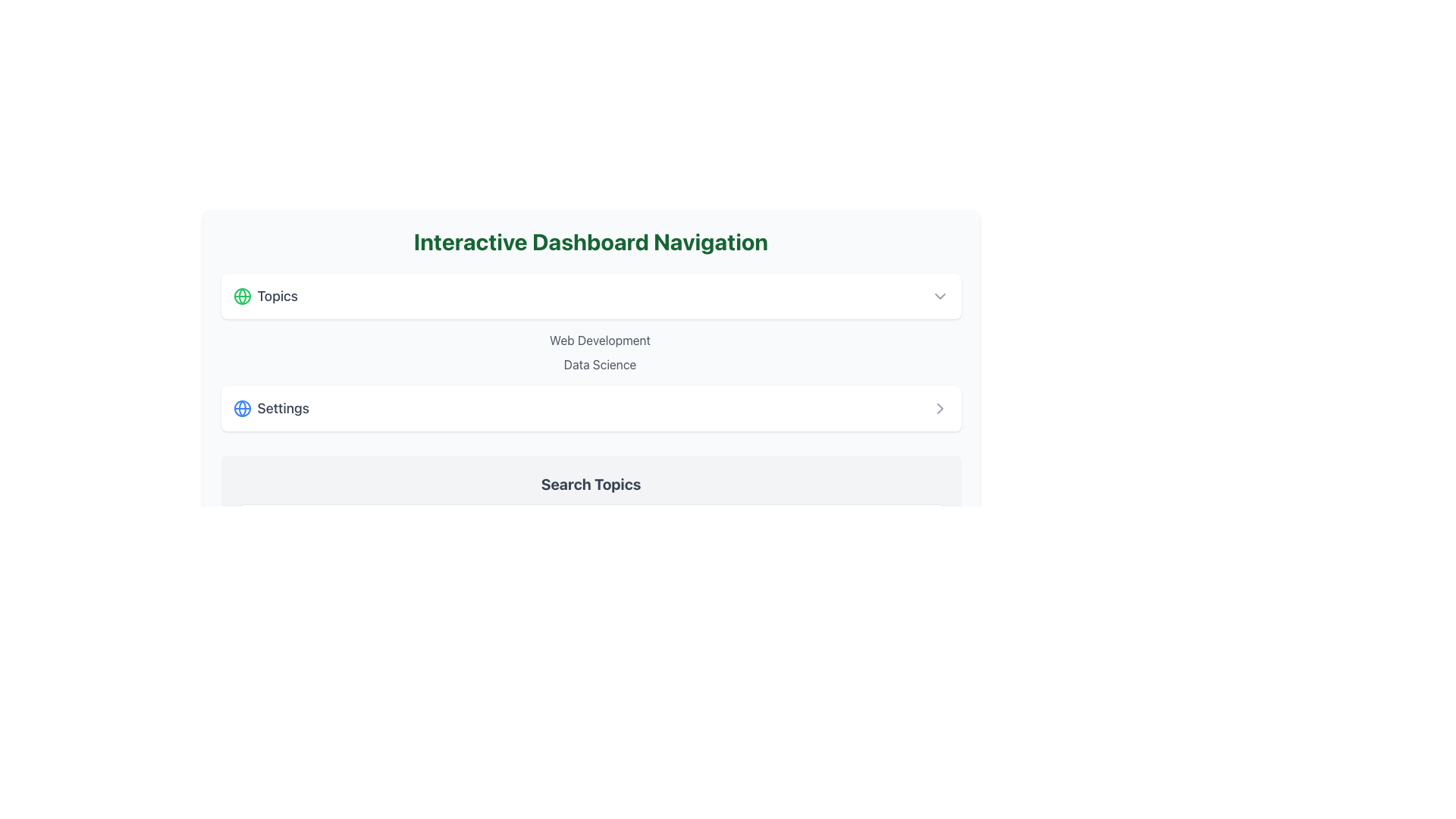 Image resolution: width=1456 pixels, height=819 pixels. I want to click on the 'Data Science' text option in the Text Display Component, which is styled in medium gray font and located below the 'Topics' button, so click(590, 353).